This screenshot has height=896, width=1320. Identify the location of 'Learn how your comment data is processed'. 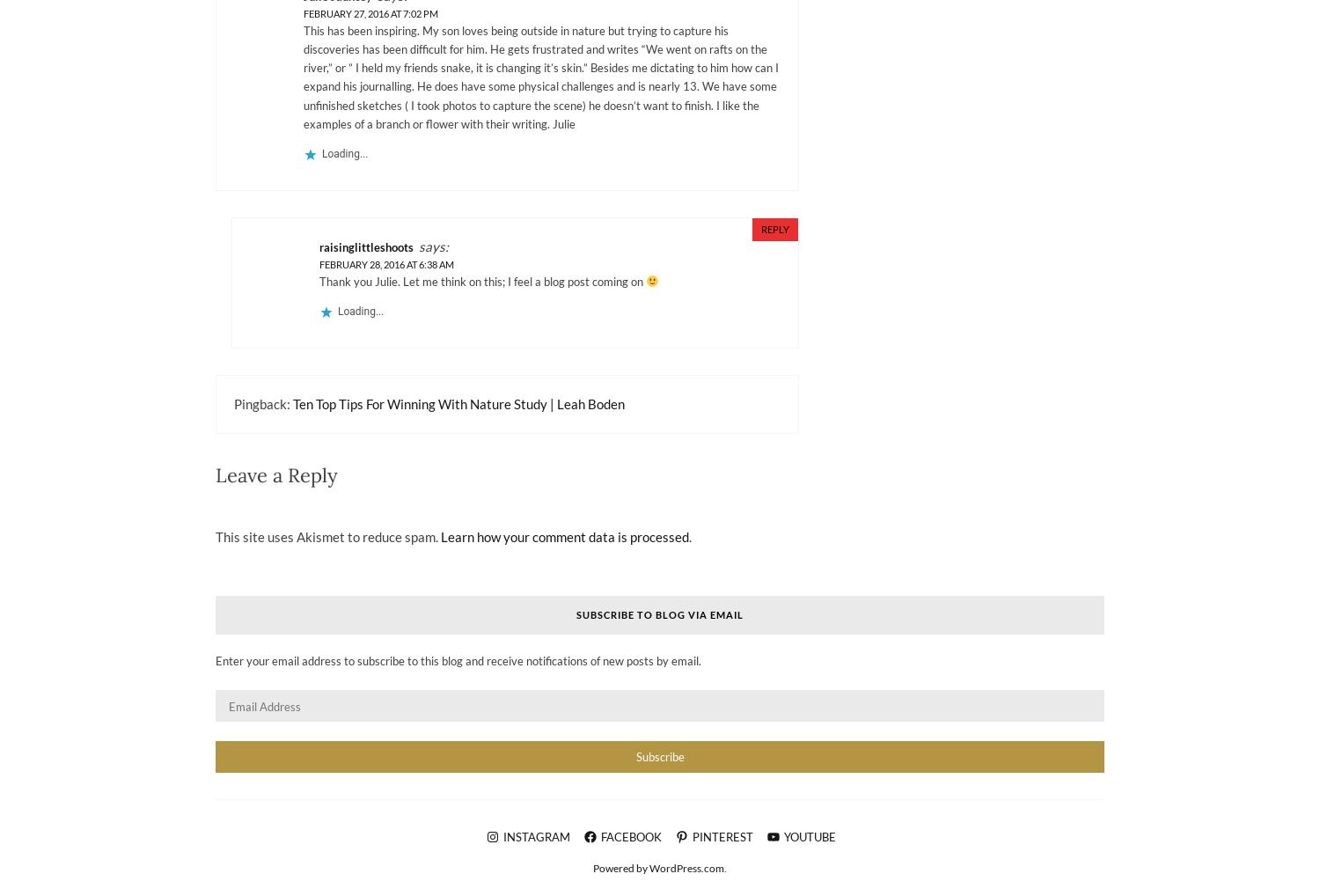
(441, 535).